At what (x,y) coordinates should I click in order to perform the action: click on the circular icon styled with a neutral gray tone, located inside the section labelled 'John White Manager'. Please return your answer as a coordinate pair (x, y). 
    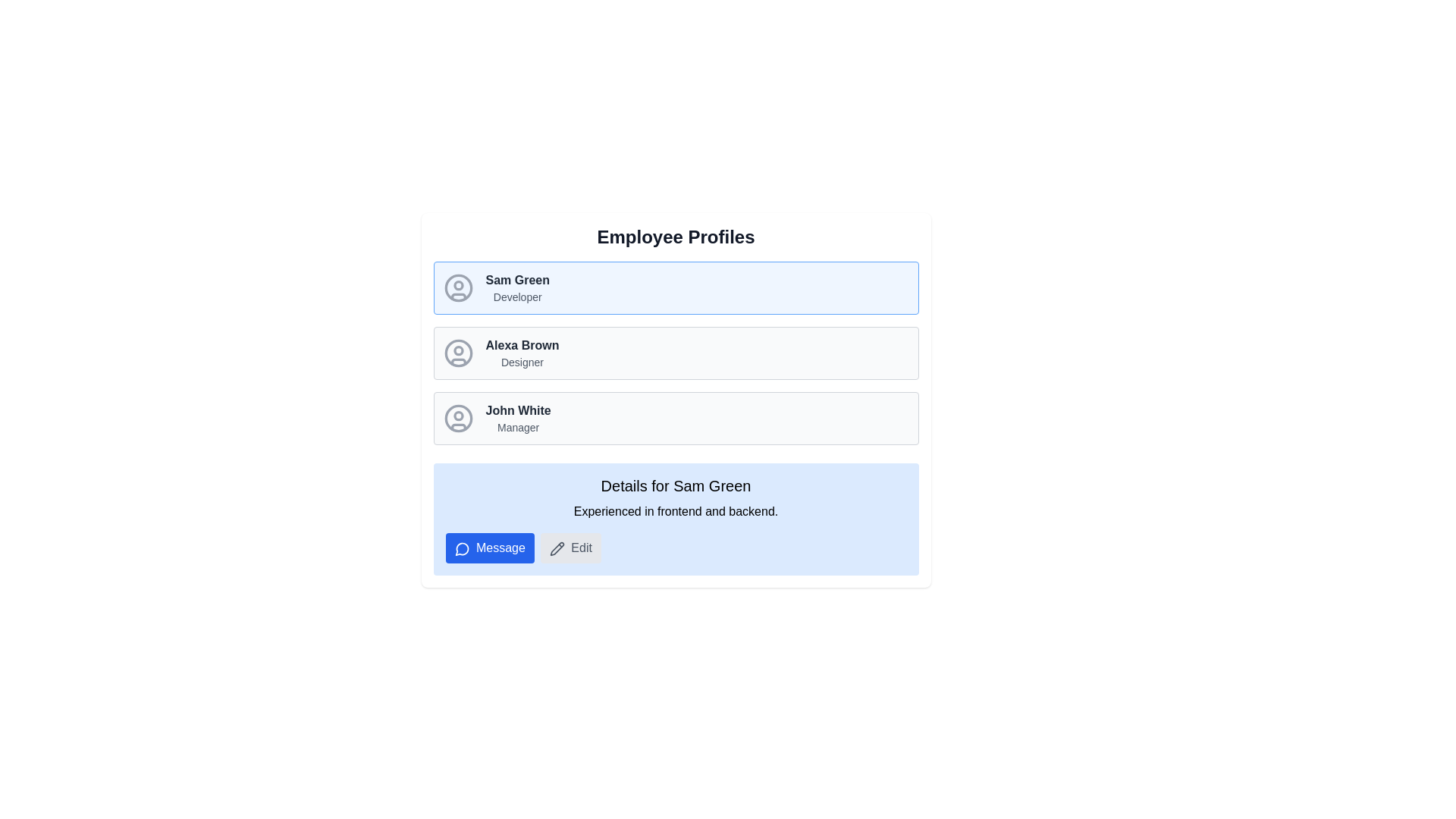
    Looking at the image, I should click on (457, 418).